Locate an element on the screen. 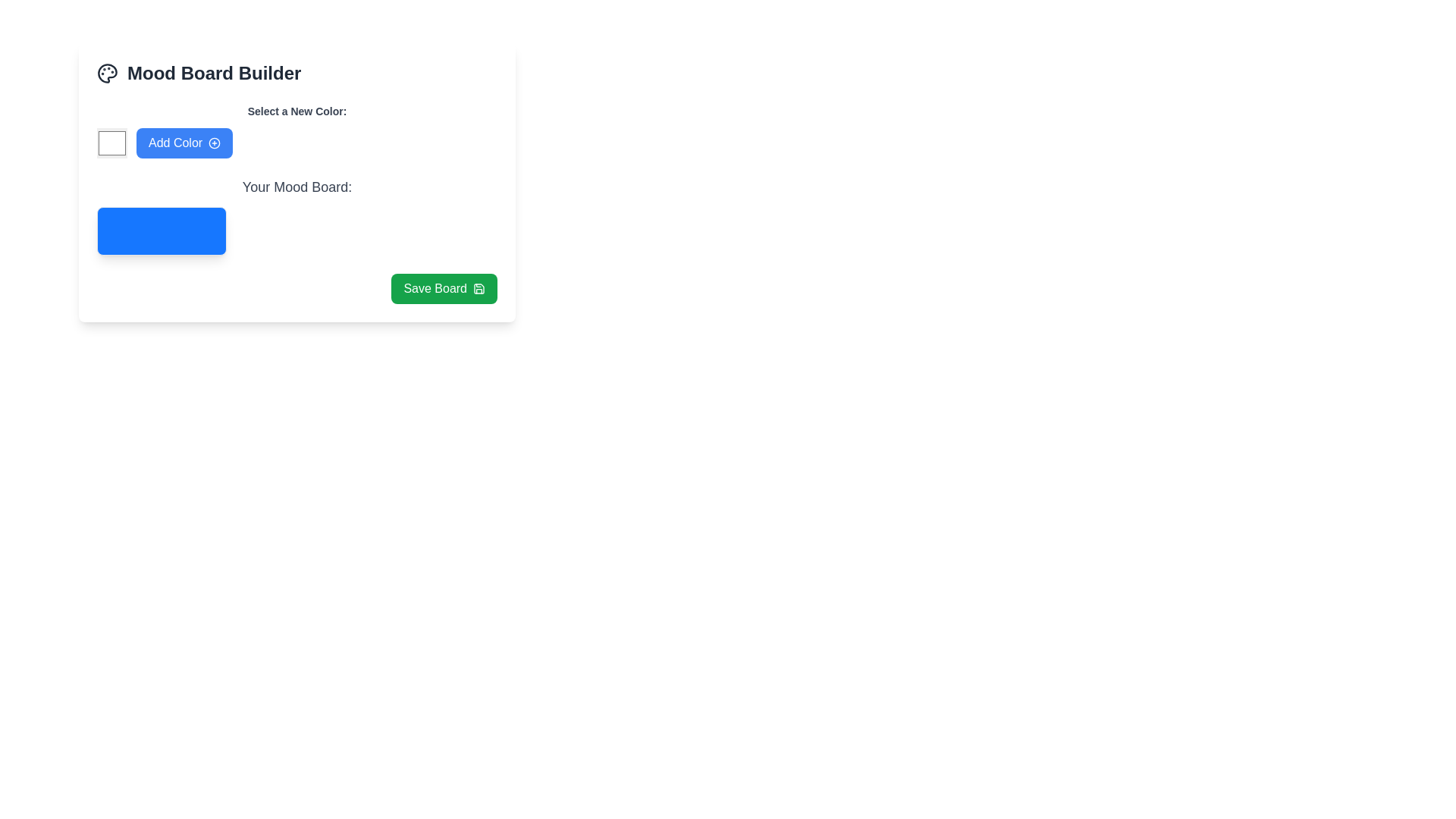 The width and height of the screenshot is (1456, 819). the green rectangular 'Save Board' button with rounded corners located at the bottom right corner of the 'Mood Board Builder' card is located at coordinates (444, 289).